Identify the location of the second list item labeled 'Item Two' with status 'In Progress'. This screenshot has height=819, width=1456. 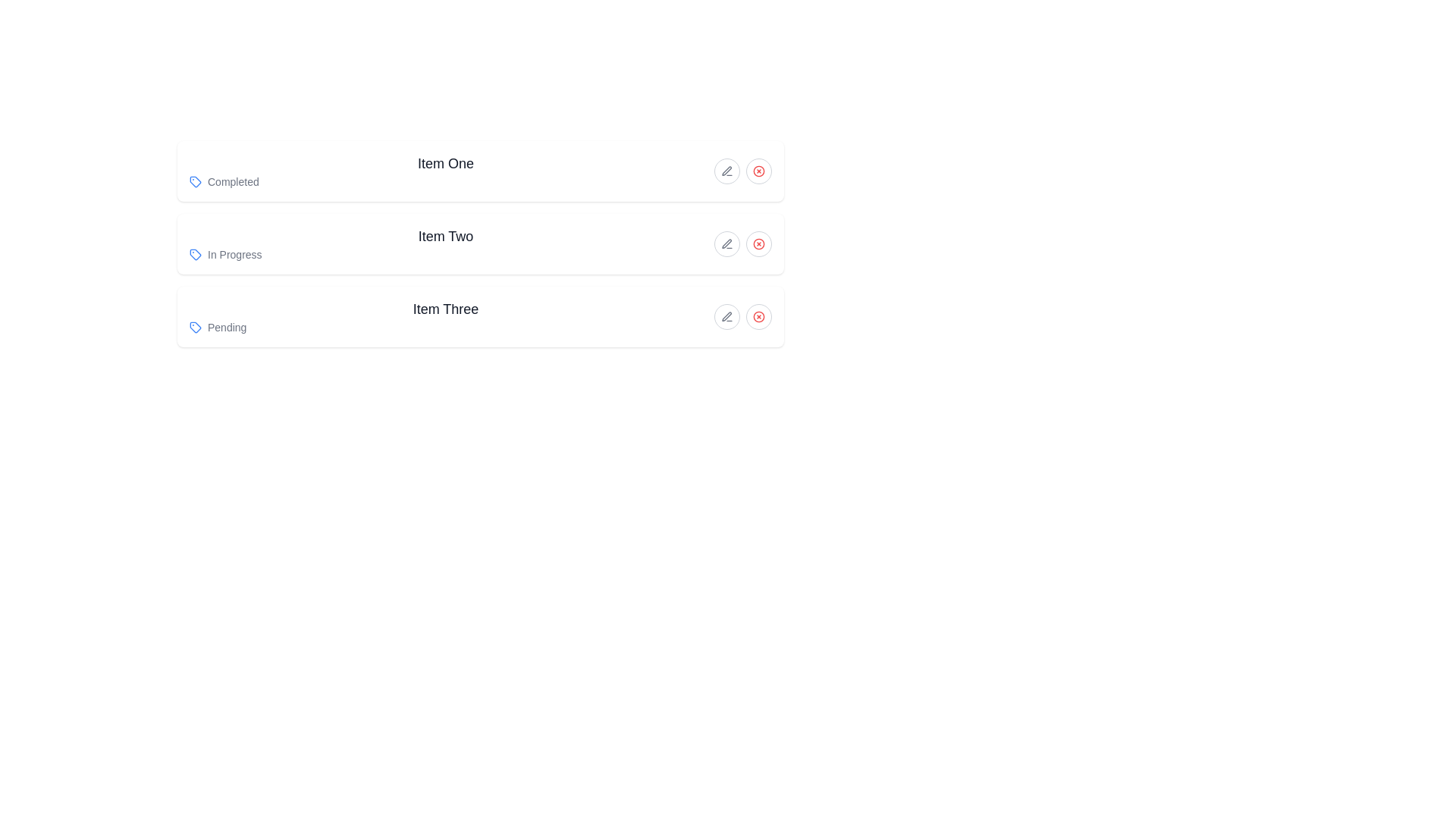
(479, 243).